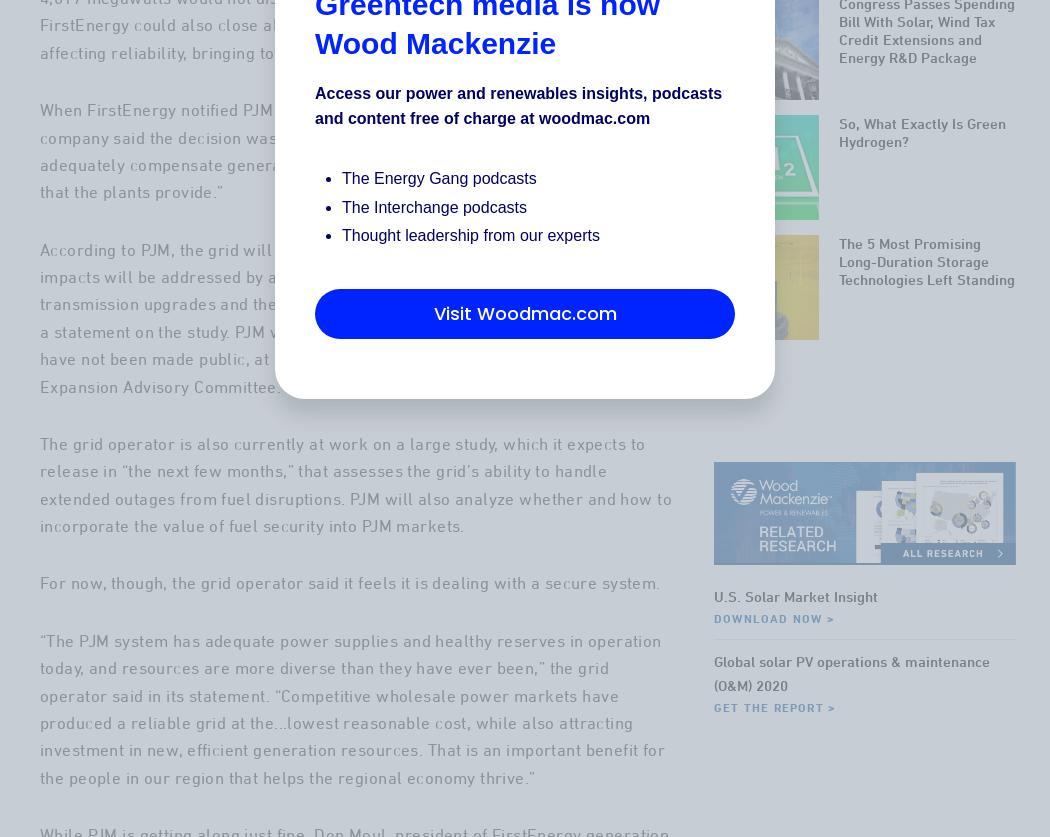  What do you see at coordinates (888, 44) in the screenshot?
I see `'MOST COMMENTS'` at bounding box center [888, 44].